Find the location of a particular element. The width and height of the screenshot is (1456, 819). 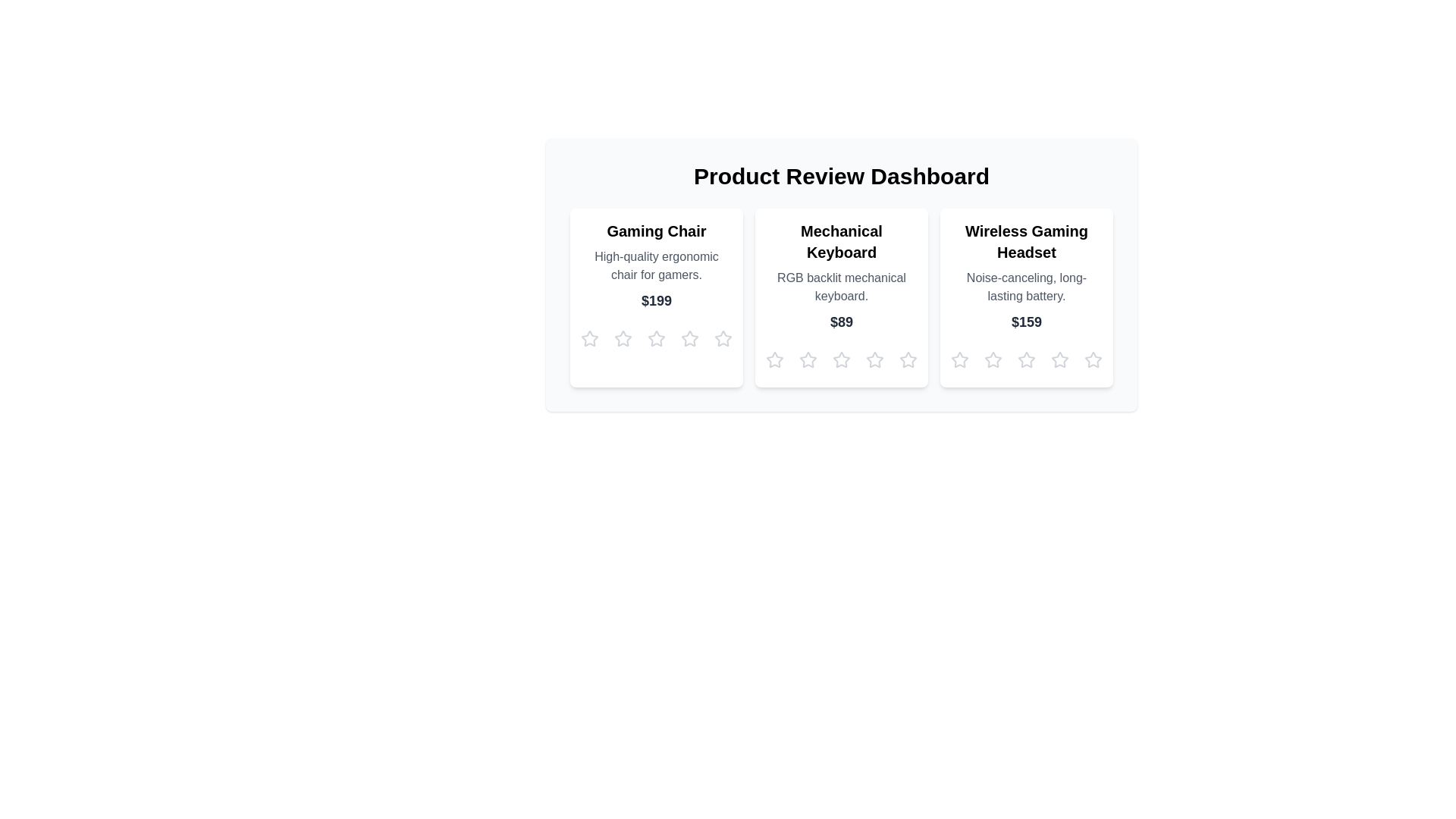

the star corresponding to 1 for the product Mechanical Keyboard is located at coordinates (775, 359).